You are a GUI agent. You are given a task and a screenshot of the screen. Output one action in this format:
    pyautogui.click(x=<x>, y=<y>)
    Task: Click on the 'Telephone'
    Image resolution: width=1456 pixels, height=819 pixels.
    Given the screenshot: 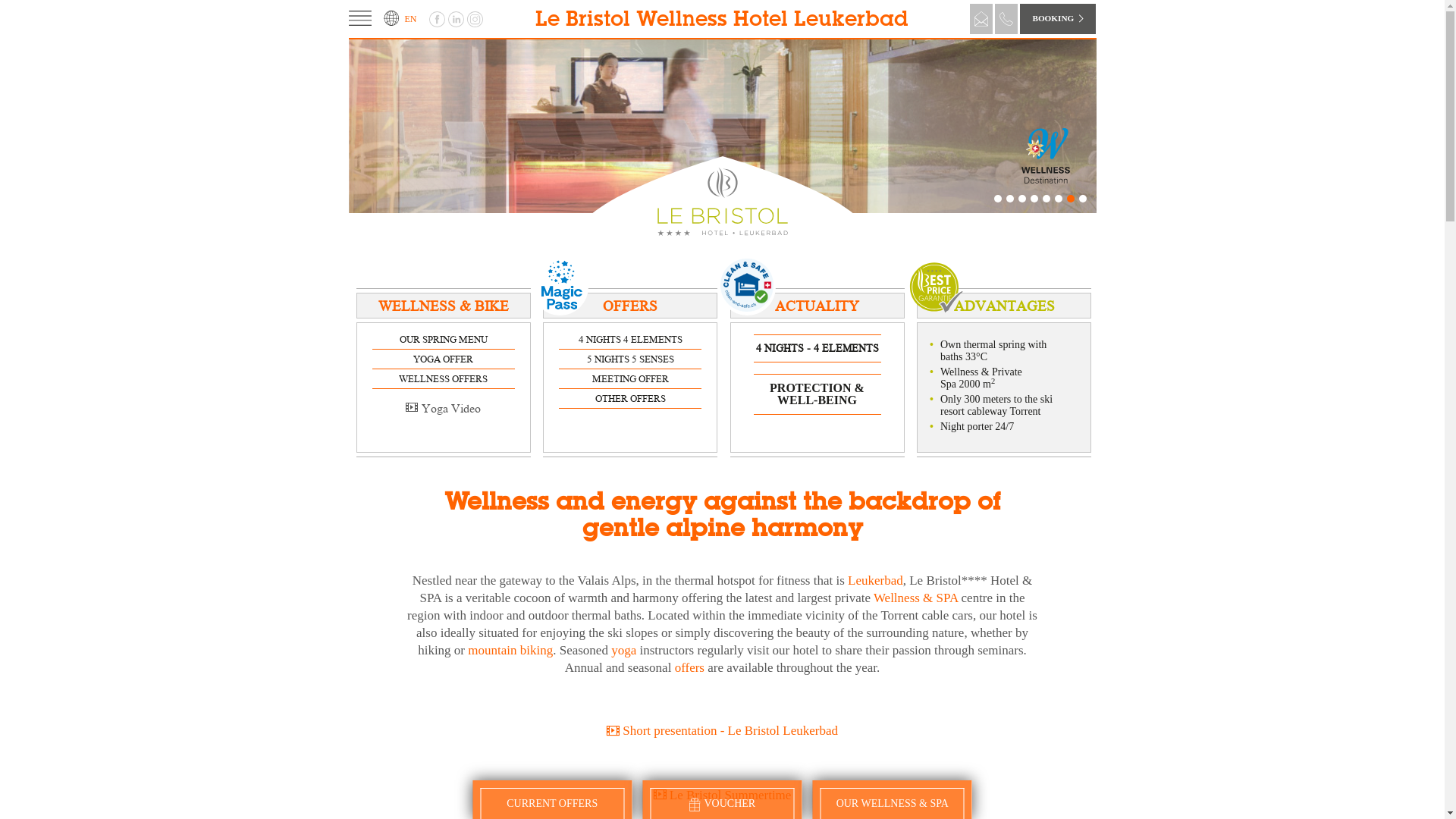 What is the action you would take?
    pyautogui.click(x=1006, y=17)
    